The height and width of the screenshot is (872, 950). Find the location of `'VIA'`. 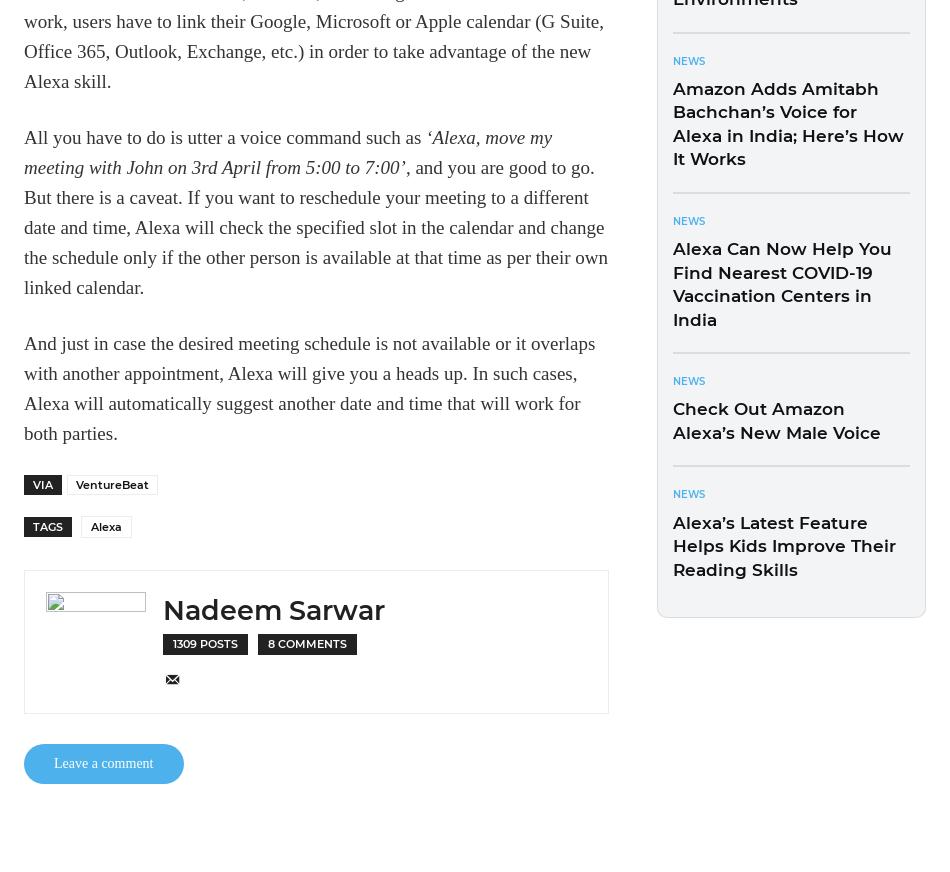

'VIA' is located at coordinates (32, 482).